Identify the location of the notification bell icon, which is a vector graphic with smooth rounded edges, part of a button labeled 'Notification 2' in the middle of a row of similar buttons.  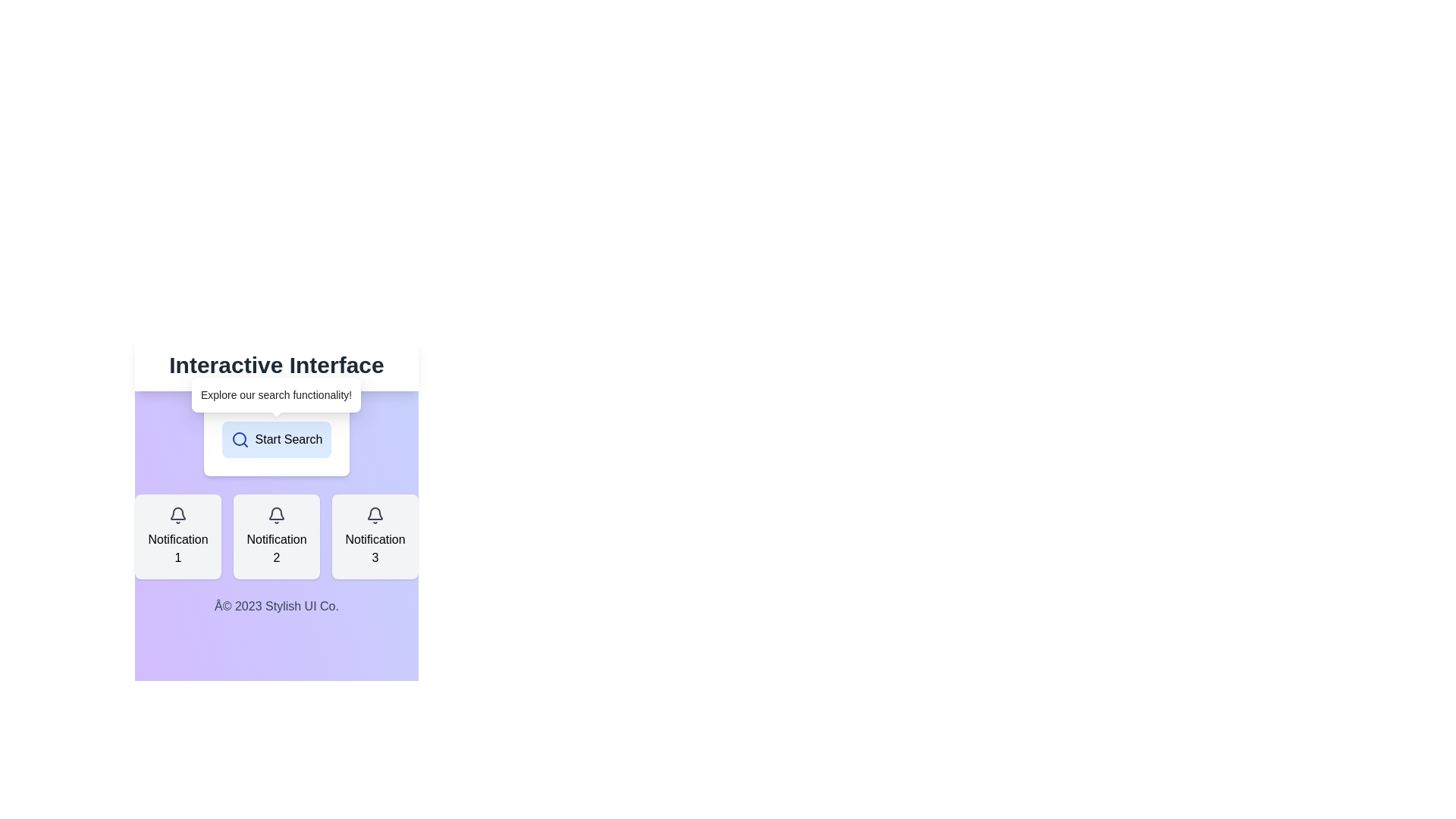
(178, 513).